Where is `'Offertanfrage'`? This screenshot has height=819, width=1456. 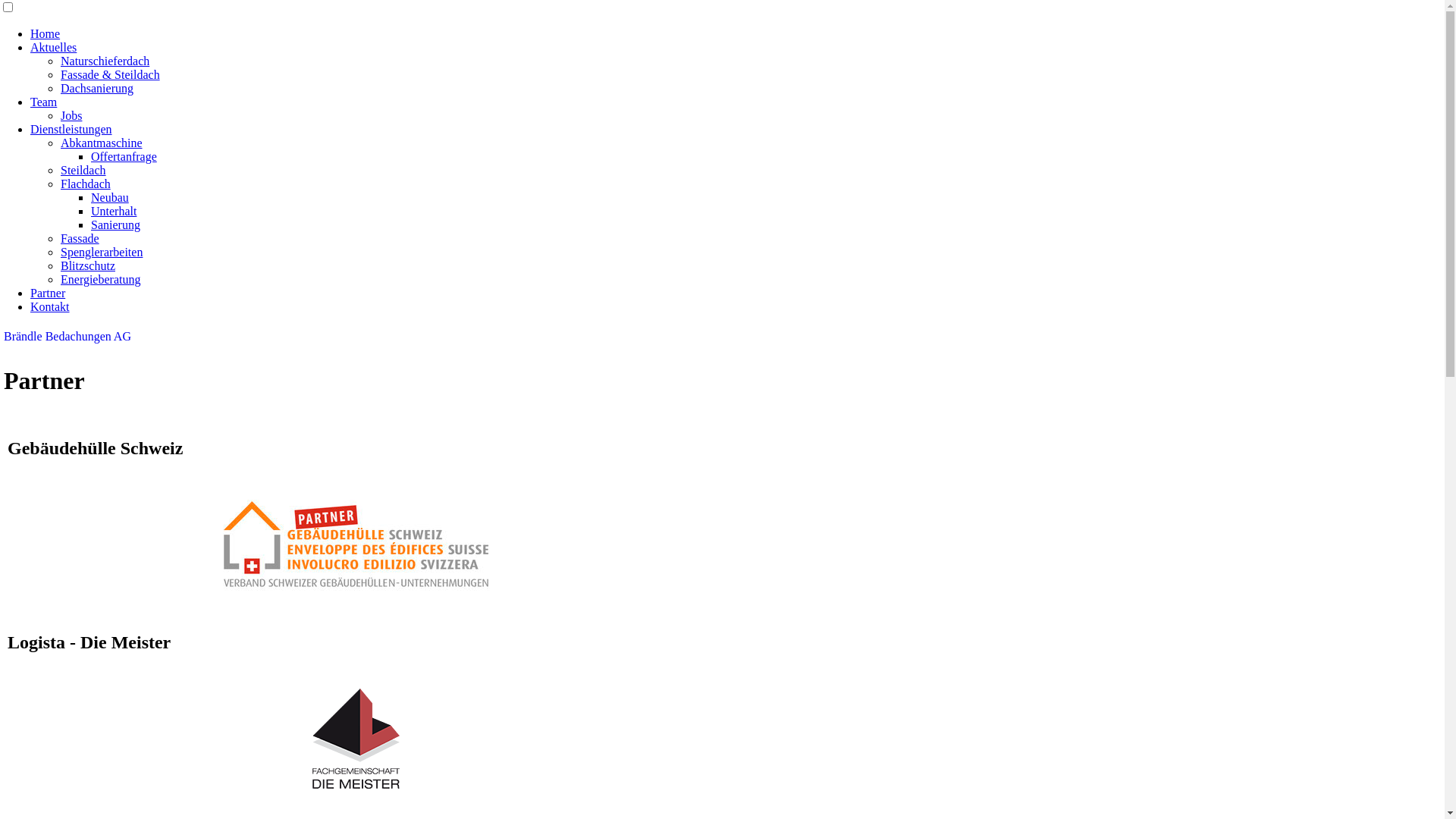
'Offertanfrage' is located at coordinates (124, 156).